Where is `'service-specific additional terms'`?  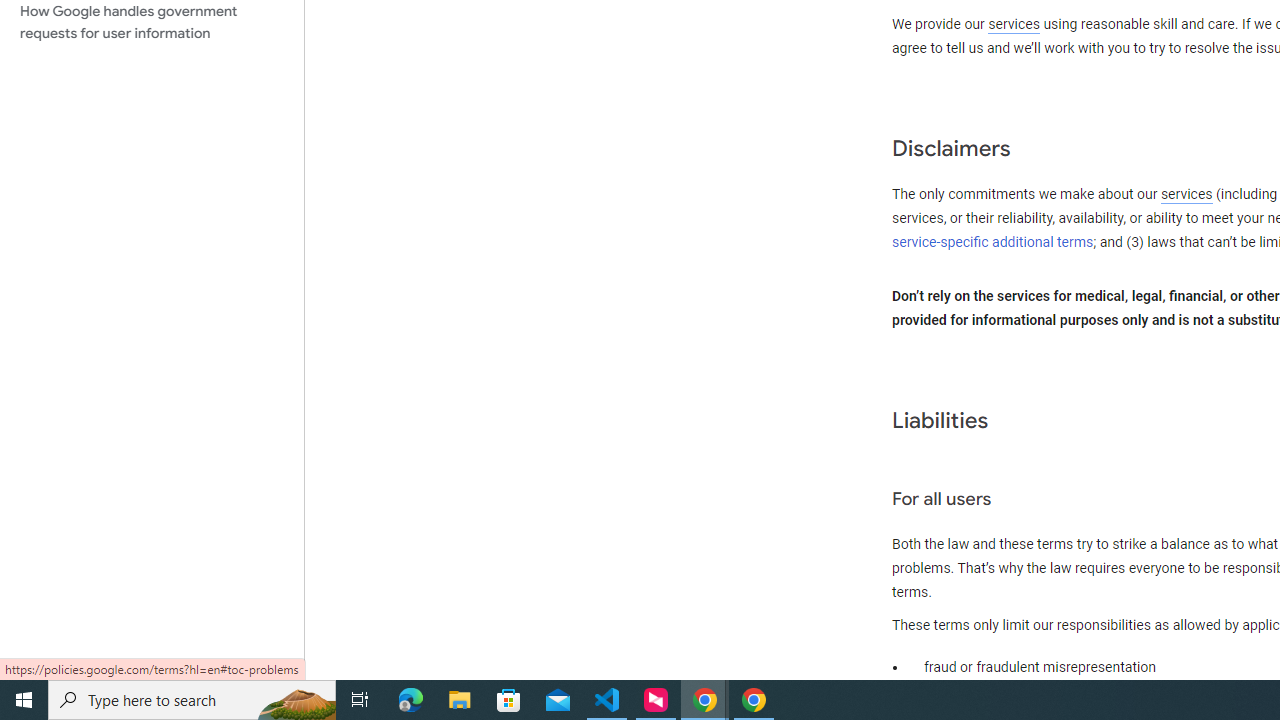
'service-specific additional terms' is located at coordinates (993, 241).